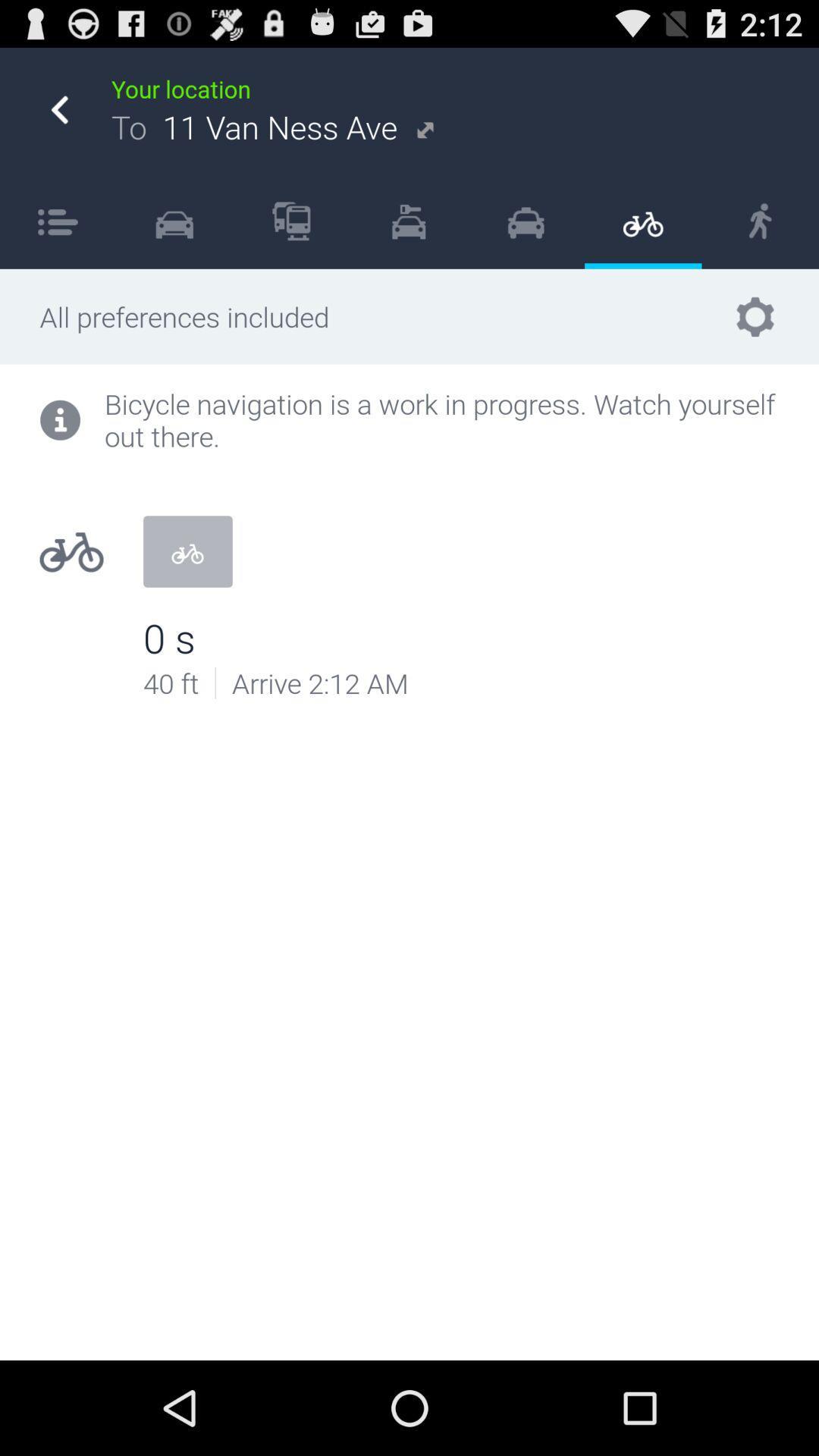 This screenshot has height=1456, width=819. Describe the element at coordinates (760, 220) in the screenshot. I see `item below your location item` at that location.